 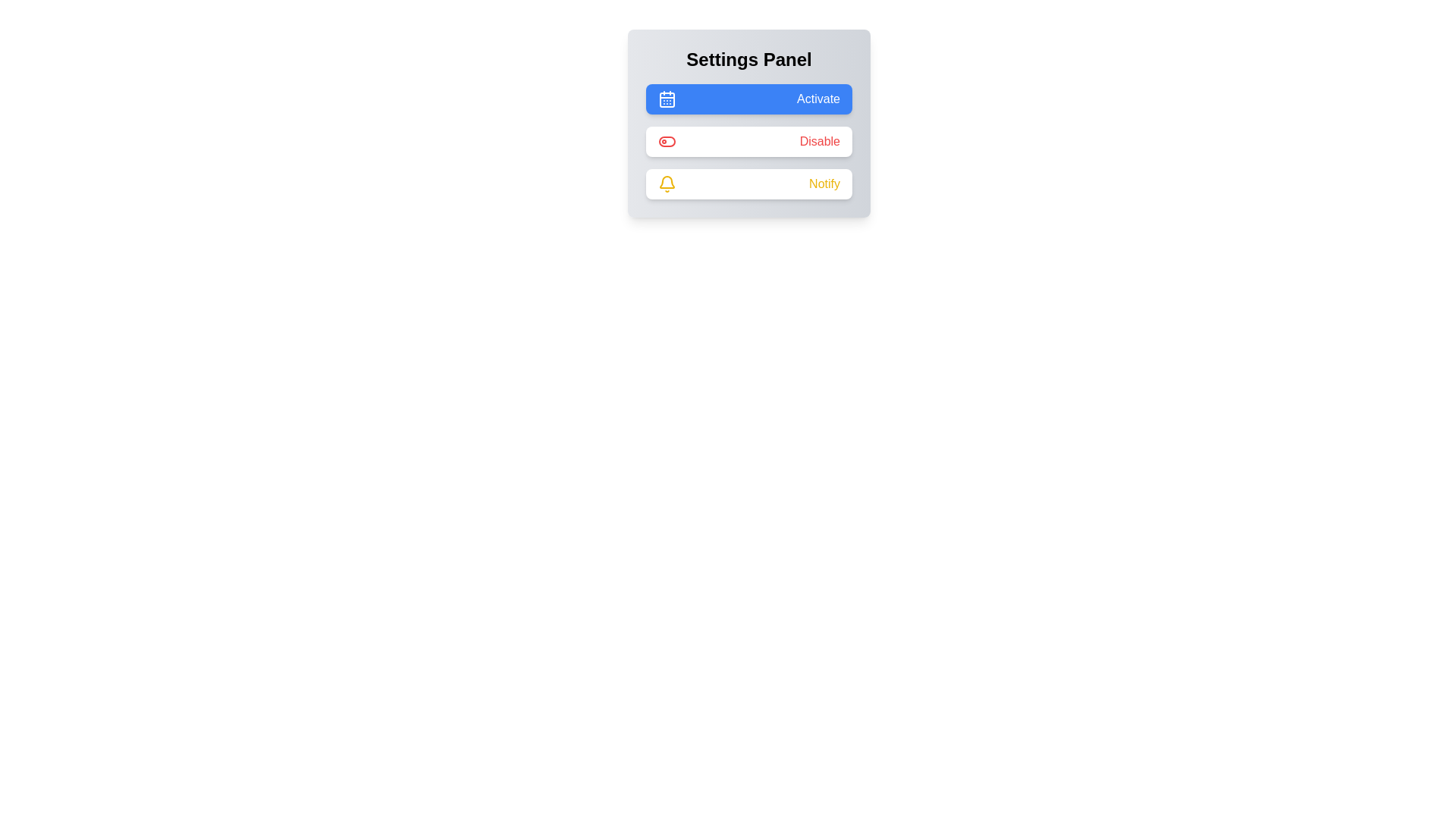 What do you see at coordinates (749, 141) in the screenshot?
I see `the 'Disable' button in the Settings Panel` at bounding box center [749, 141].